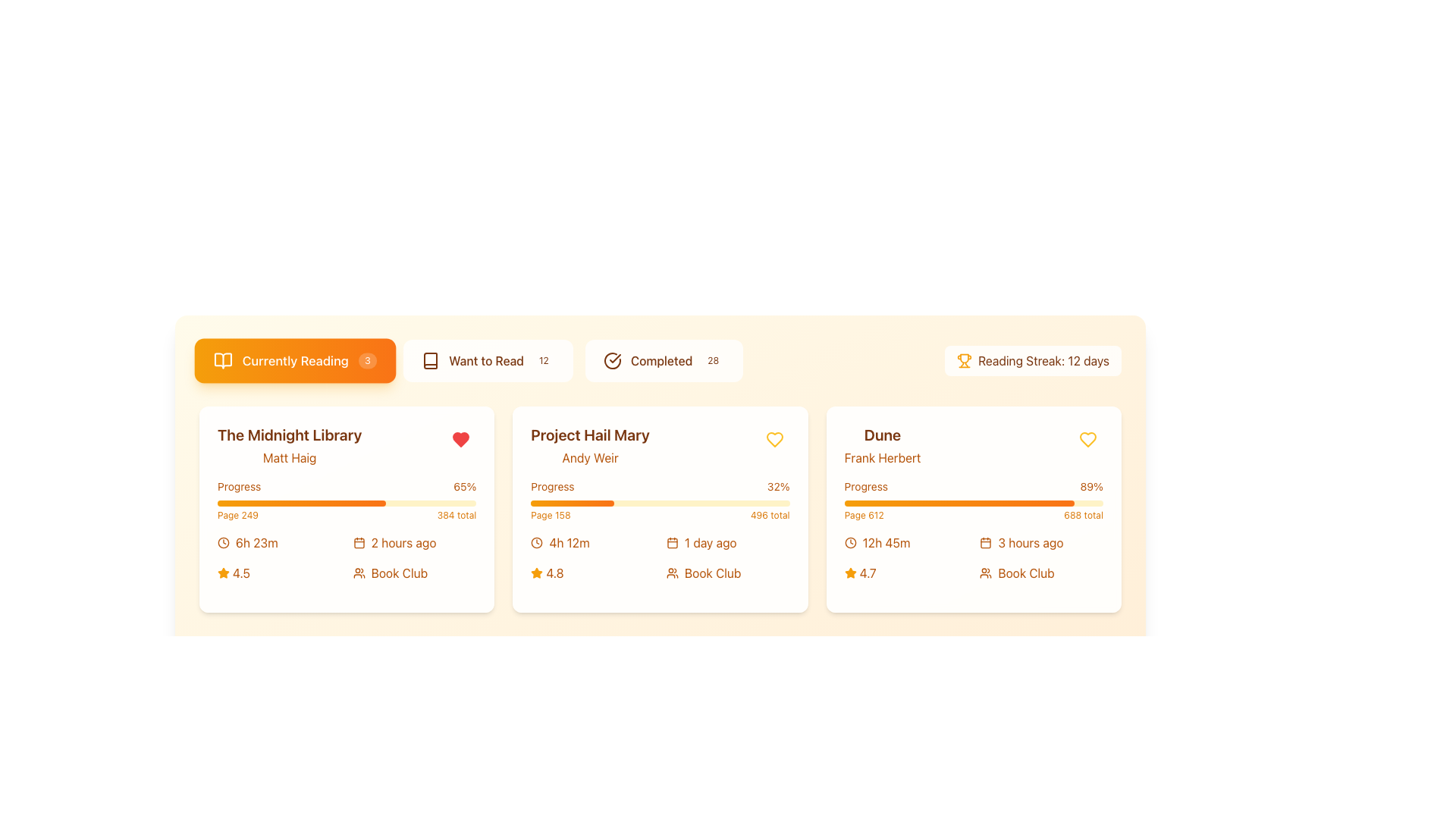  Describe the element at coordinates (1040, 542) in the screenshot. I see `the text element reading '3 hours ago' styled in amber color, which is accompanied by a small calendar icon, located within the details of the third card for the book 'Dune' by Frank Herbert` at that location.